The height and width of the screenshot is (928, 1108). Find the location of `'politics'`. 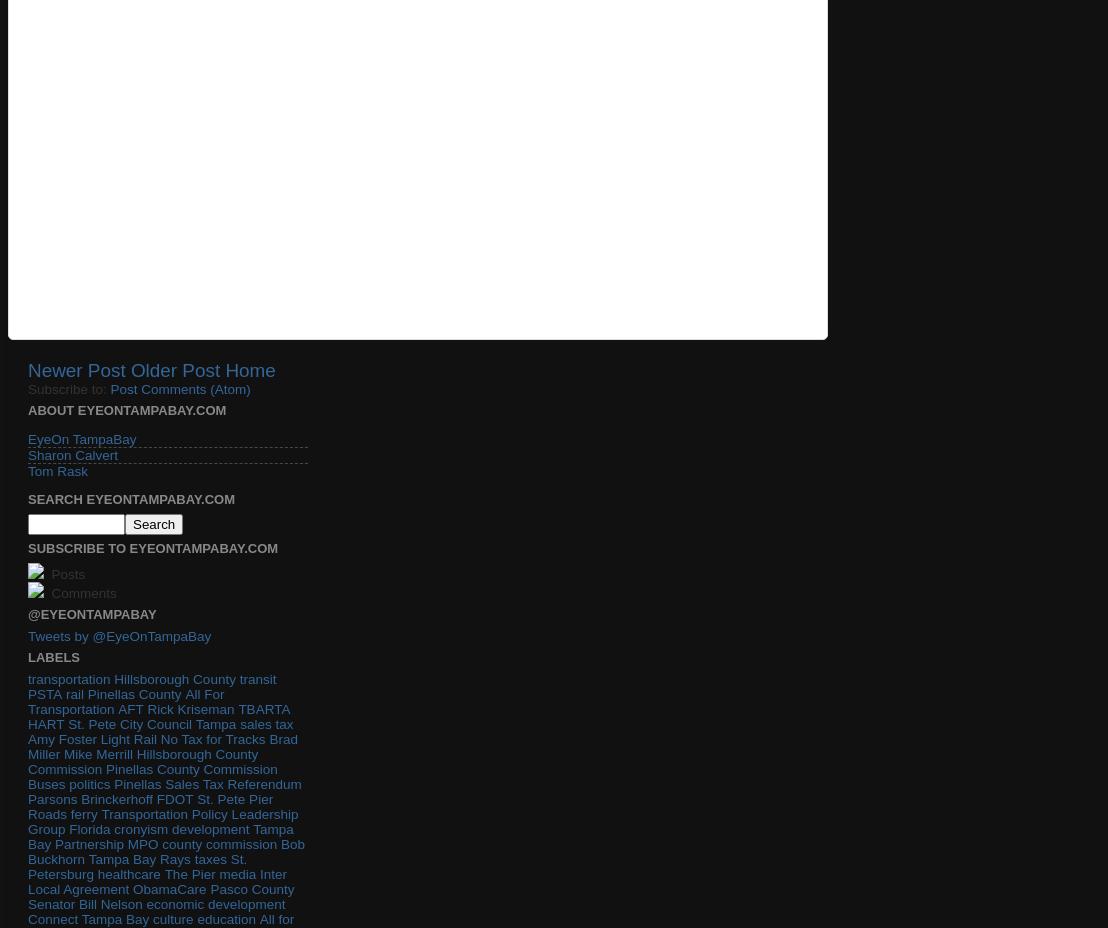

'politics' is located at coordinates (88, 782).